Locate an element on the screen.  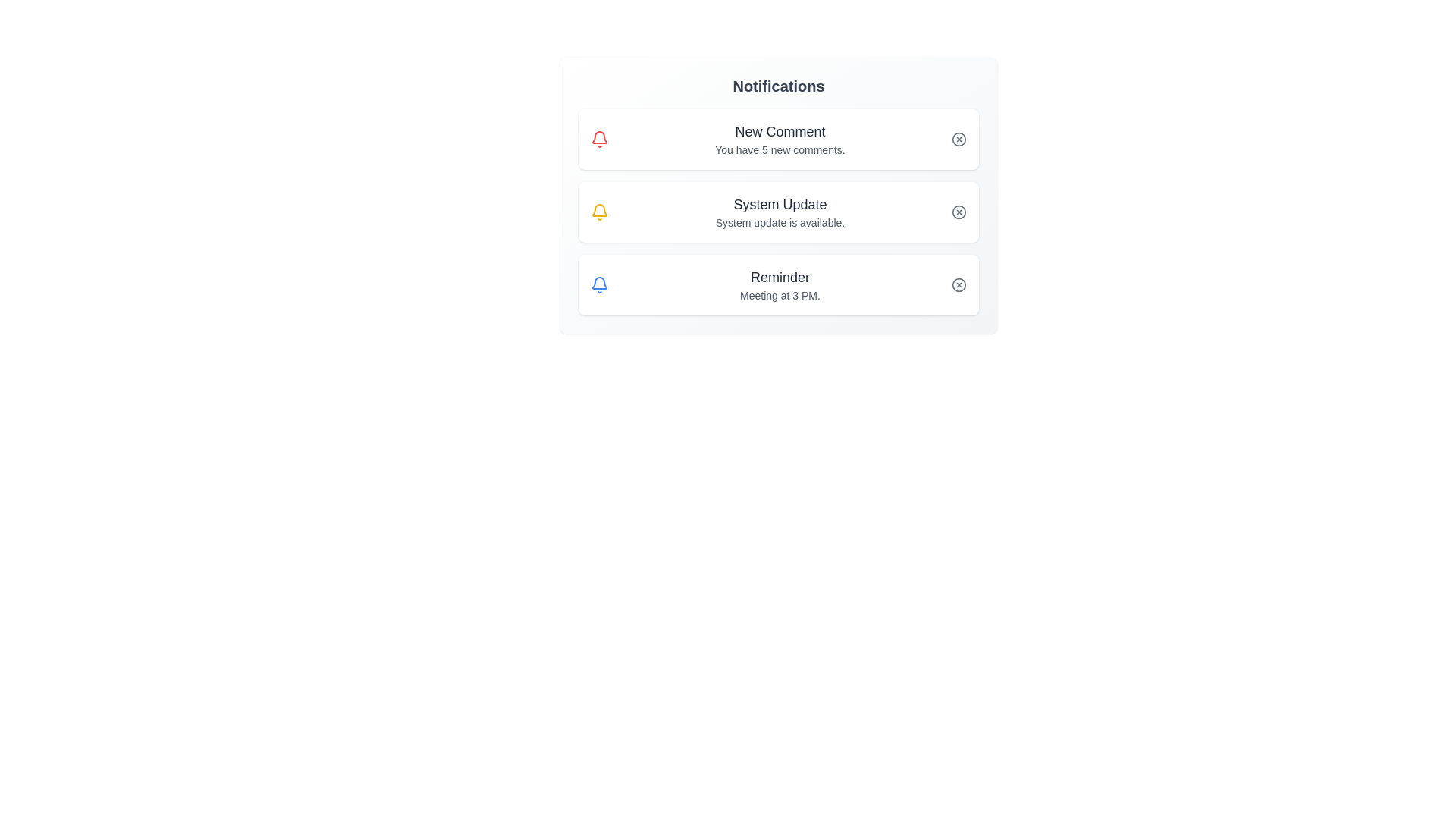
text label displaying 'System update is available.' which is styled in gray, located directly below the 'System Update' heading in the second notification card is located at coordinates (780, 222).